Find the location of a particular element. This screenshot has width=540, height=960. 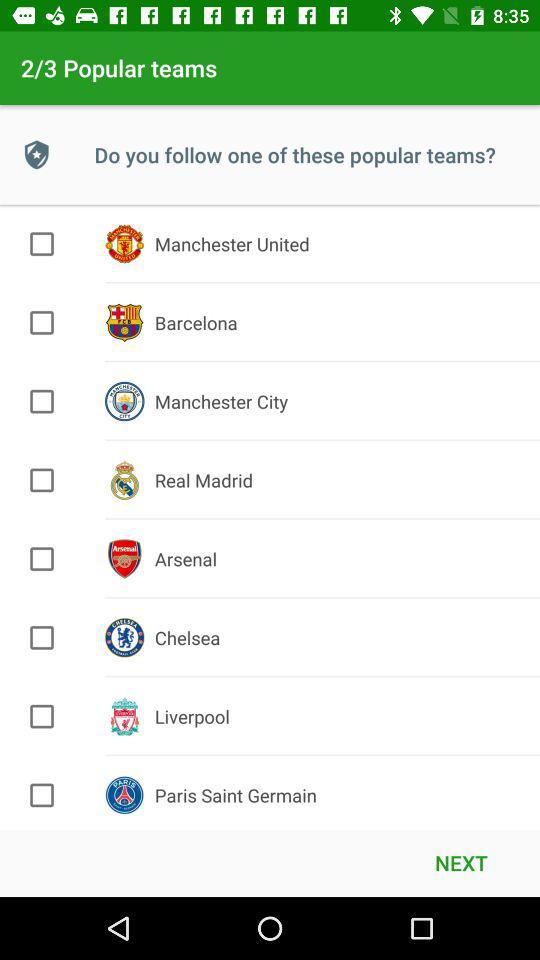

team selection is located at coordinates (42, 795).